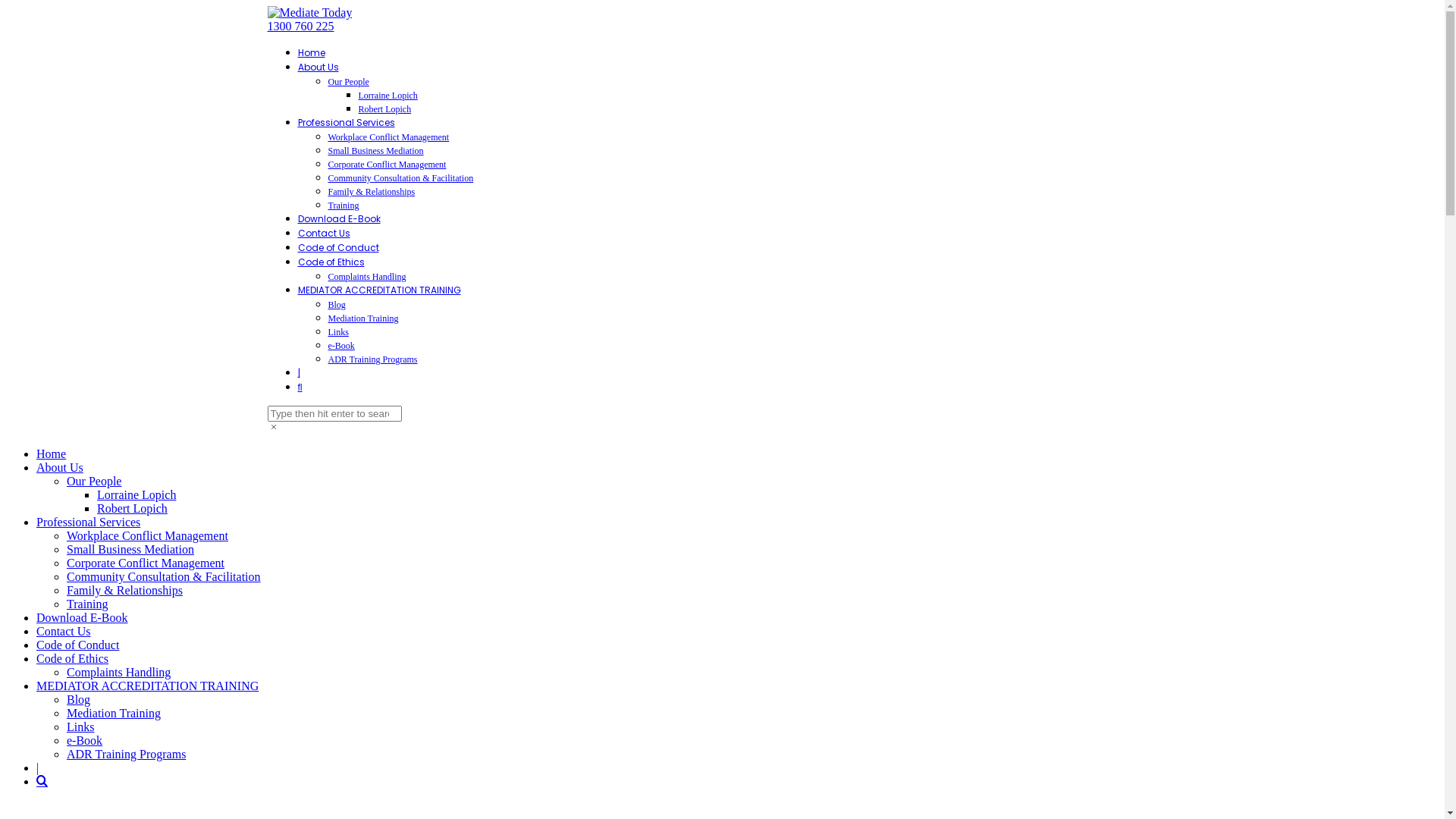 The image size is (1456, 819). Describe the element at coordinates (147, 535) in the screenshot. I see `'Workplace Conflict Management'` at that location.